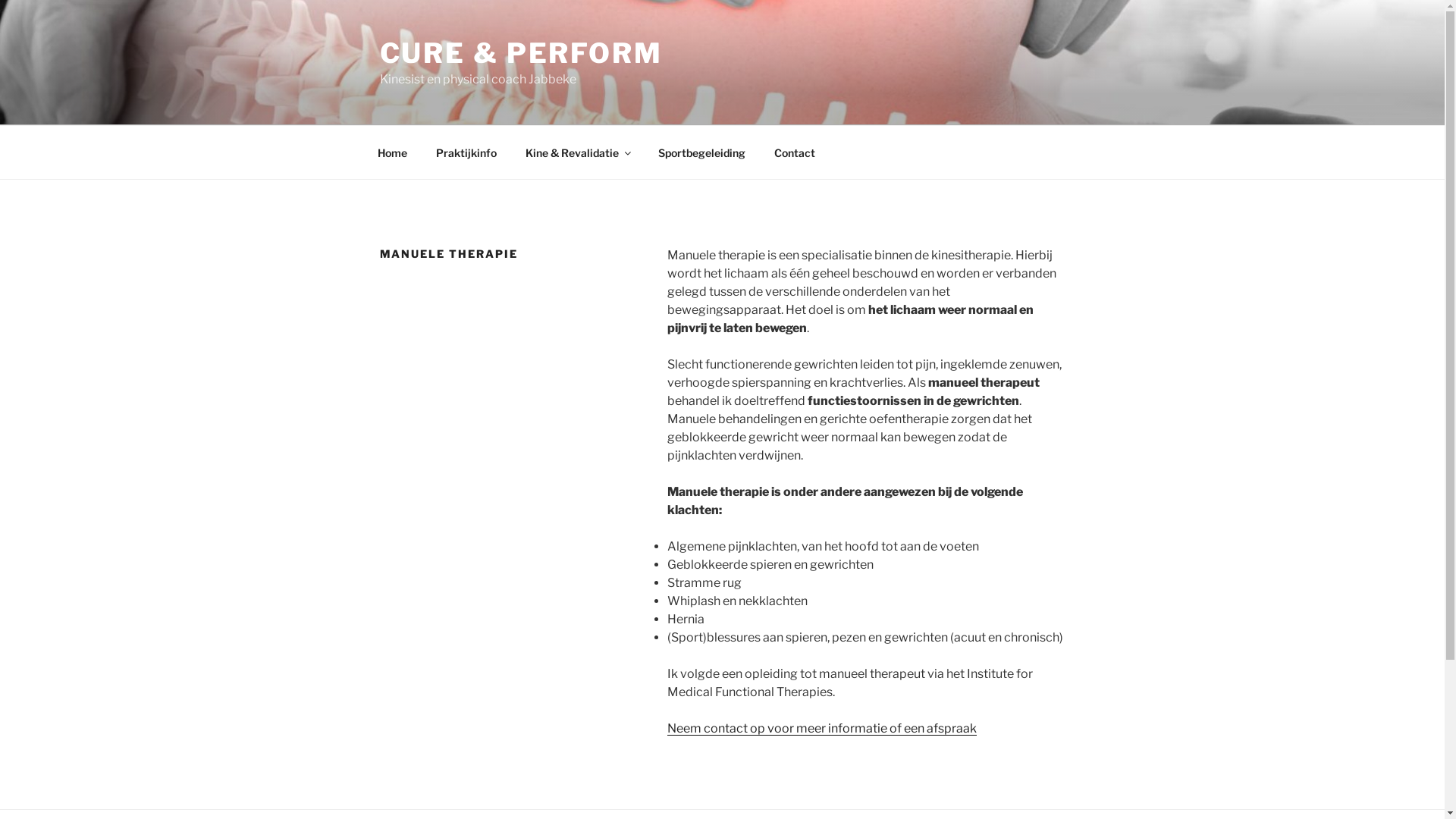 This screenshot has height=819, width=1456. What do you see at coordinates (520, 52) in the screenshot?
I see `'CURE & PERFORM'` at bounding box center [520, 52].